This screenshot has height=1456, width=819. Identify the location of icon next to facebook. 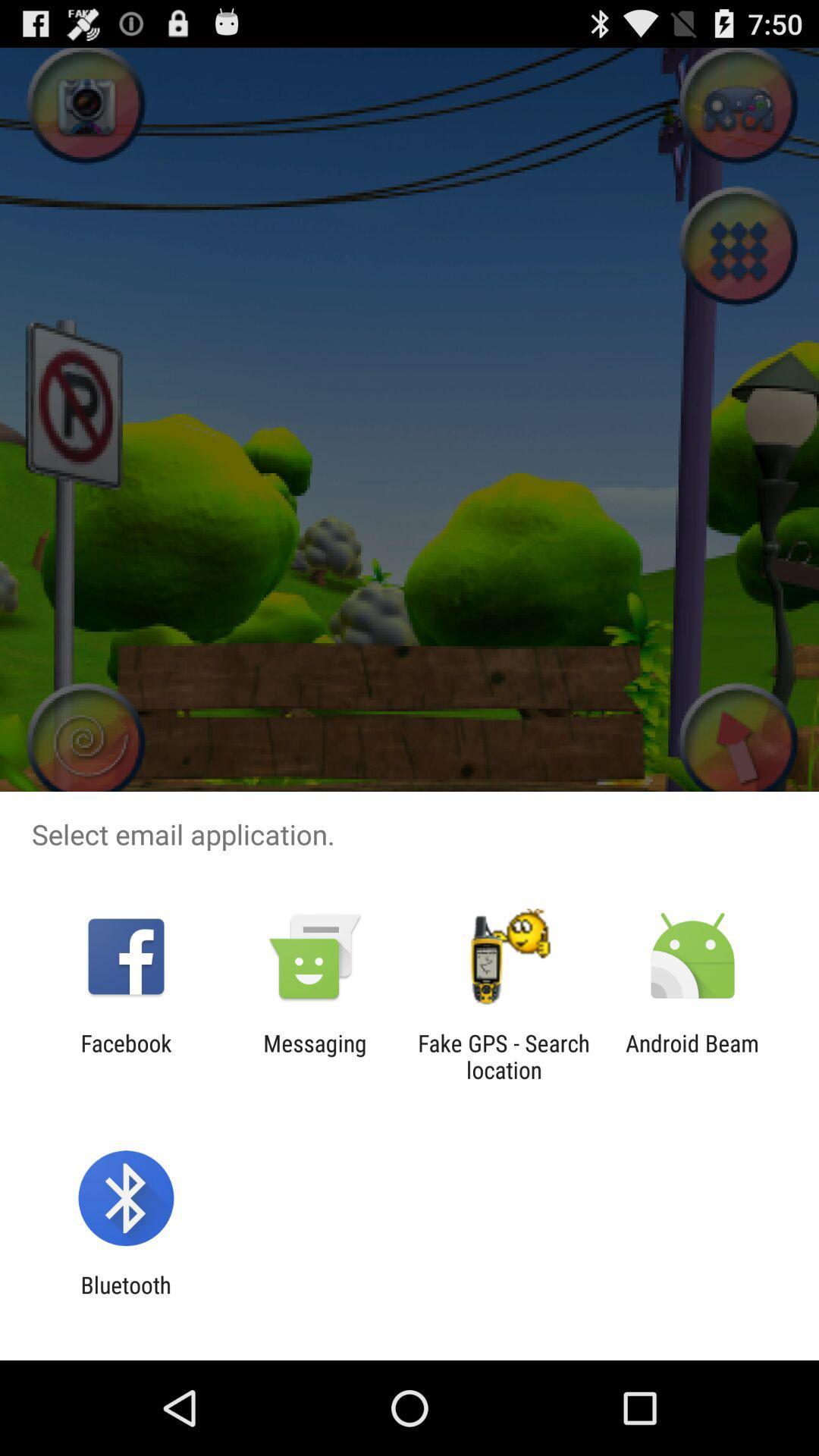
(314, 1056).